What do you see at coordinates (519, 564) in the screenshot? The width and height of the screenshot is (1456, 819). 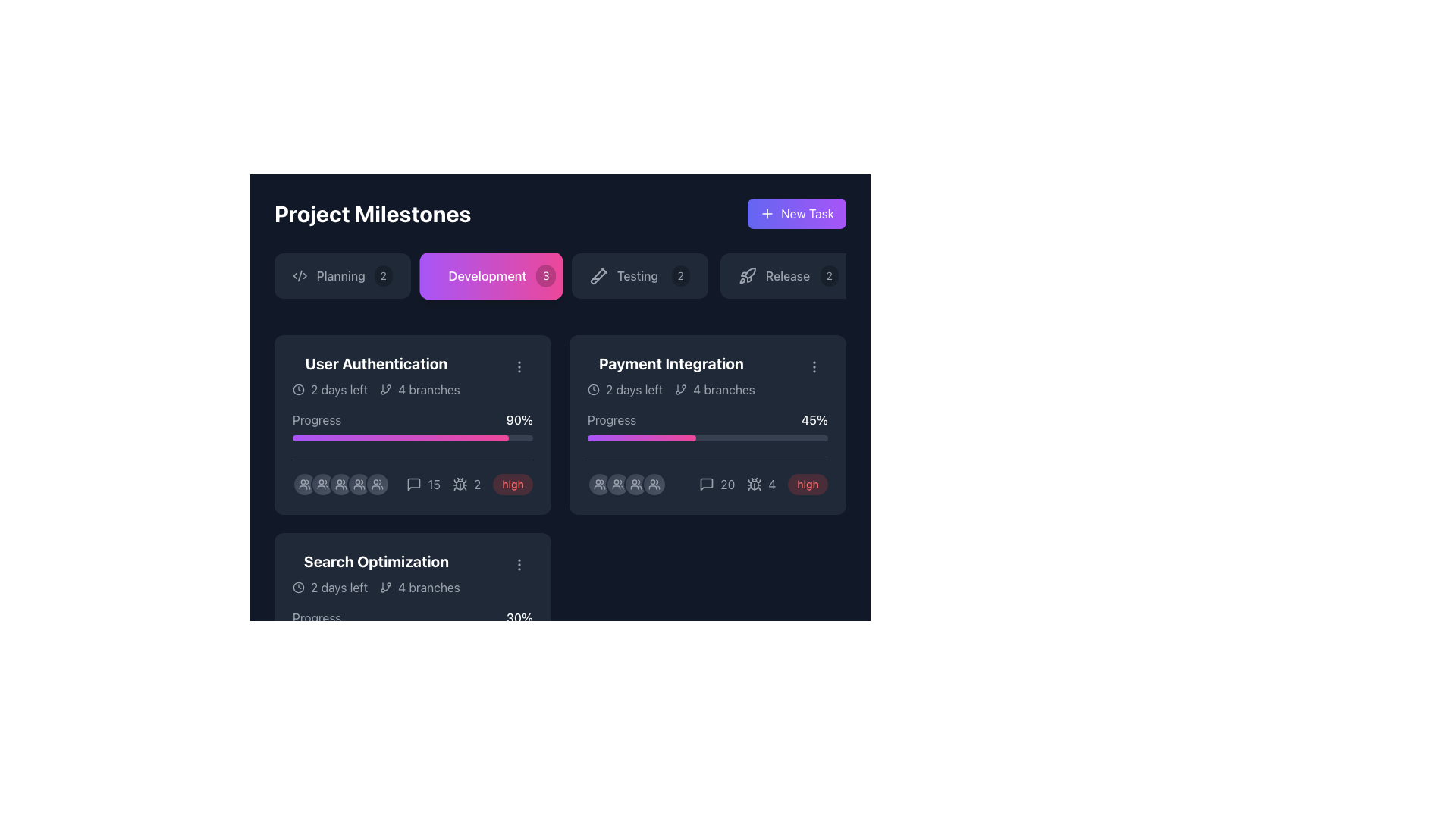 I see `the vertical ellipsis icon, which consists of three gray circular dots, located in the 'Search Optimization' section in the bottom-left card of the interface` at bounding box center [519, 564].